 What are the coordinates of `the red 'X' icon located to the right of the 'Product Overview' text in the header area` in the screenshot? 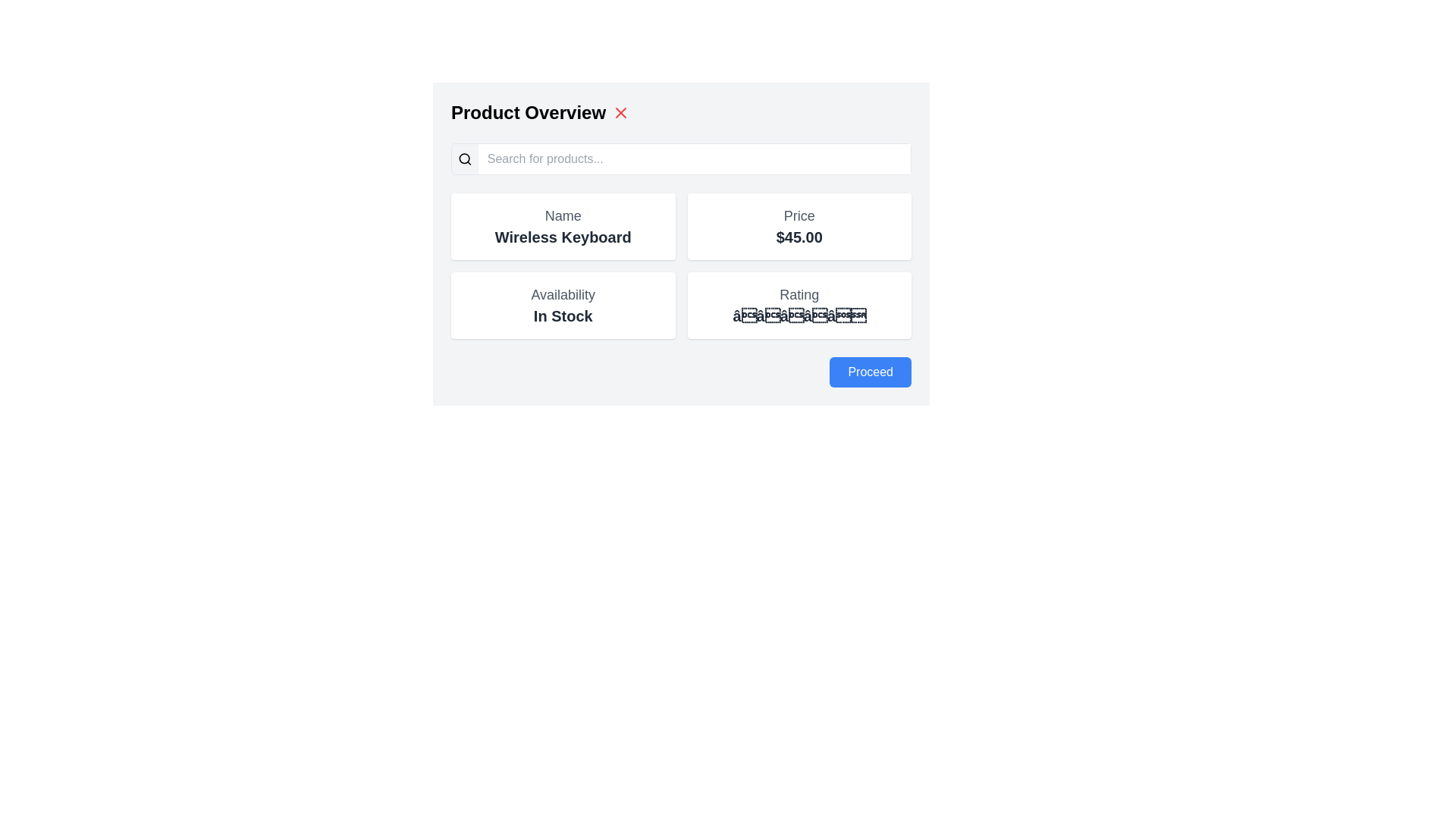 It's located at (621, 112).